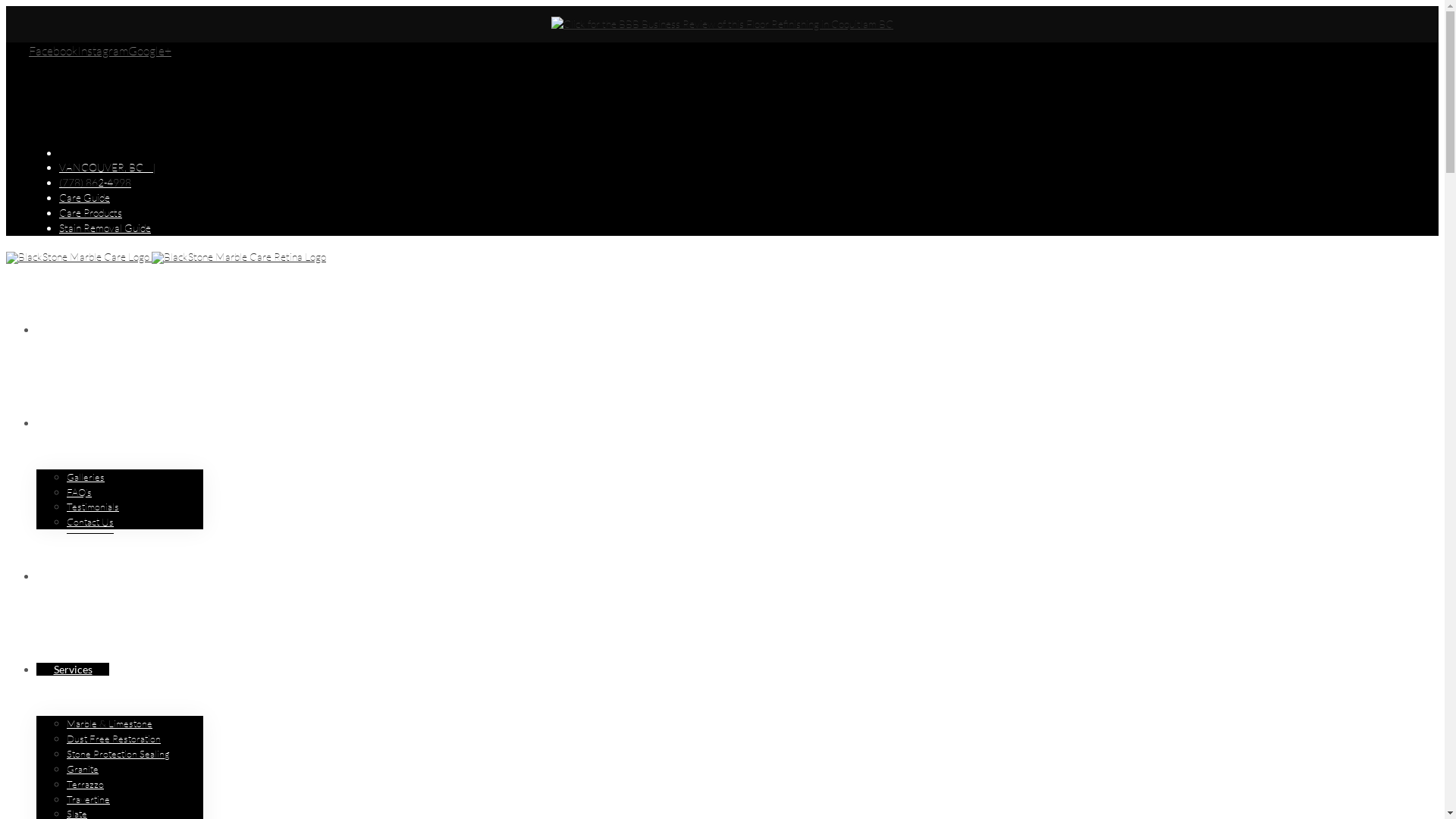 The image size is (1456, 819). What do you see at coordinates (112, 738) in the screenshot?
I see `'Dust Free Restoration'` at bounding box center [112, 738].